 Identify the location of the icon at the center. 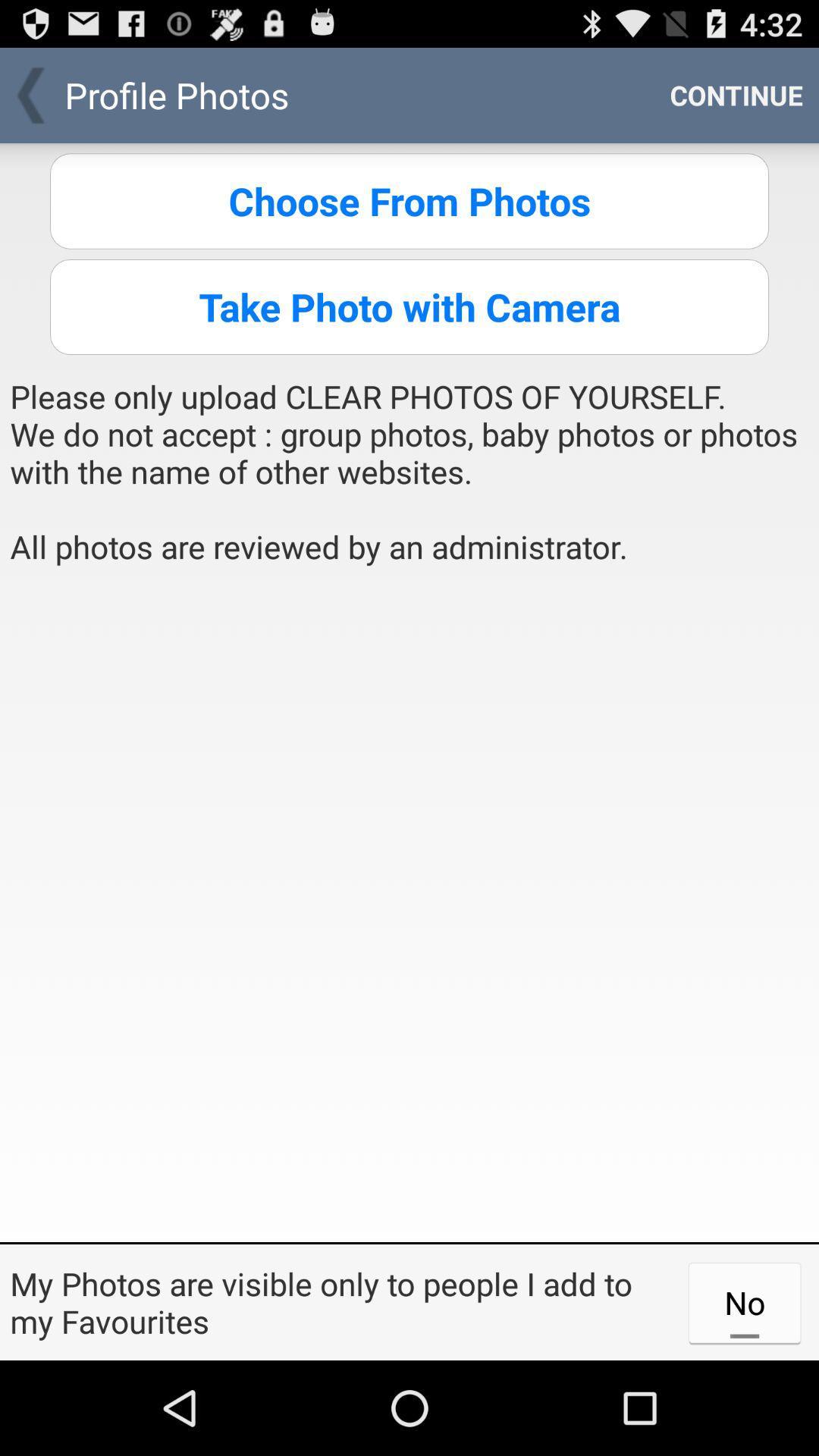
(409, 910).